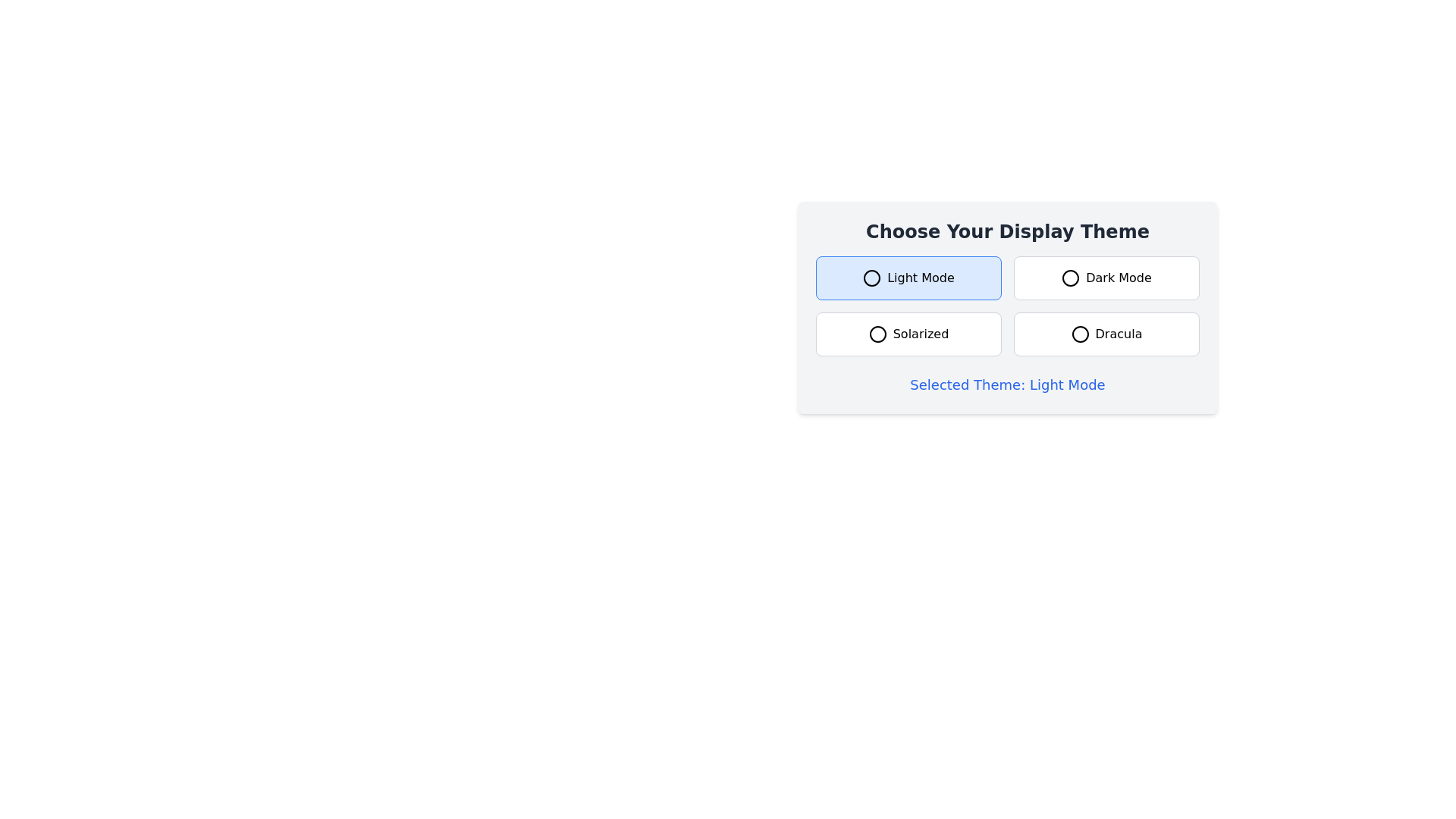 This screenshot has height=819, width=1456. I want to click on the 'Solarized' button, which is a rectangular button with rounded corners, a white background, and a thin gray border containing a circle icon on the left and the text 'Solarized' centered within it, so click(908, 333).